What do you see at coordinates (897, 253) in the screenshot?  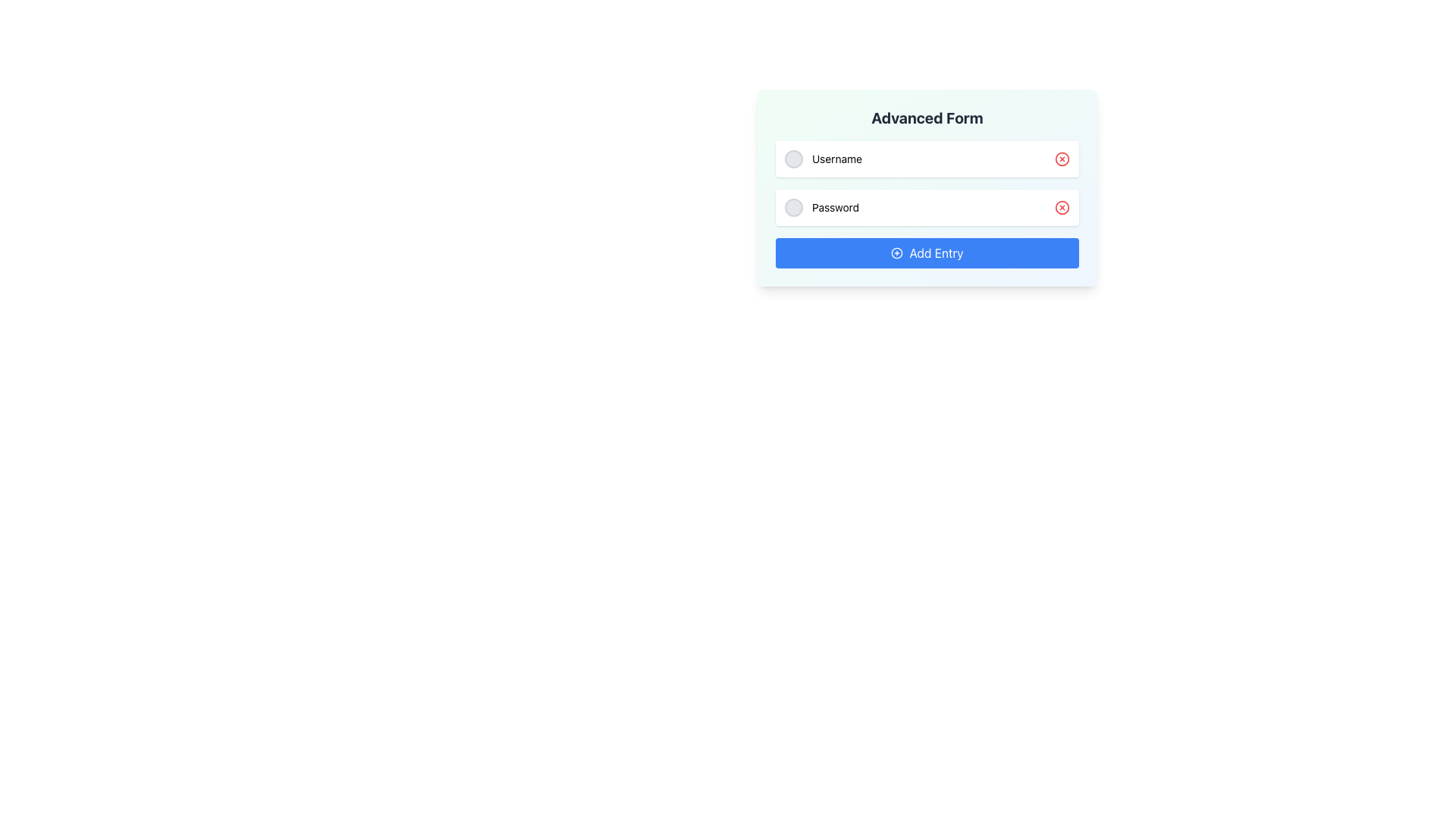 I see `the state of the circular blue icon with a '+' symbol labeled 'Add Entry' located at the center of the form` at bounding box center [897, 253].